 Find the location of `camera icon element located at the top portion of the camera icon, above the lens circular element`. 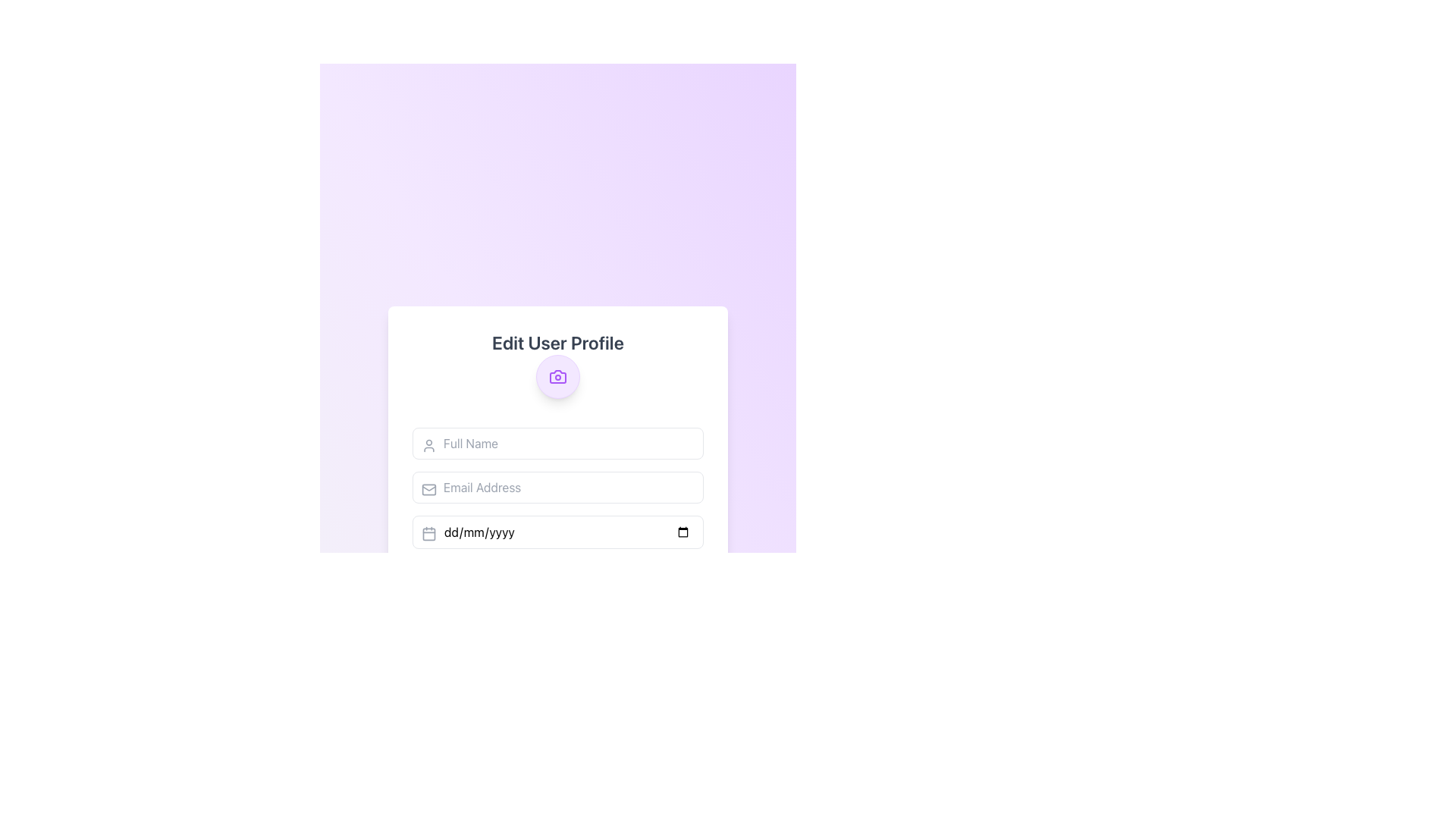

camera icon element located at the top portion of the camera icon, above the lens circular element is located at coordinates (557, 376).